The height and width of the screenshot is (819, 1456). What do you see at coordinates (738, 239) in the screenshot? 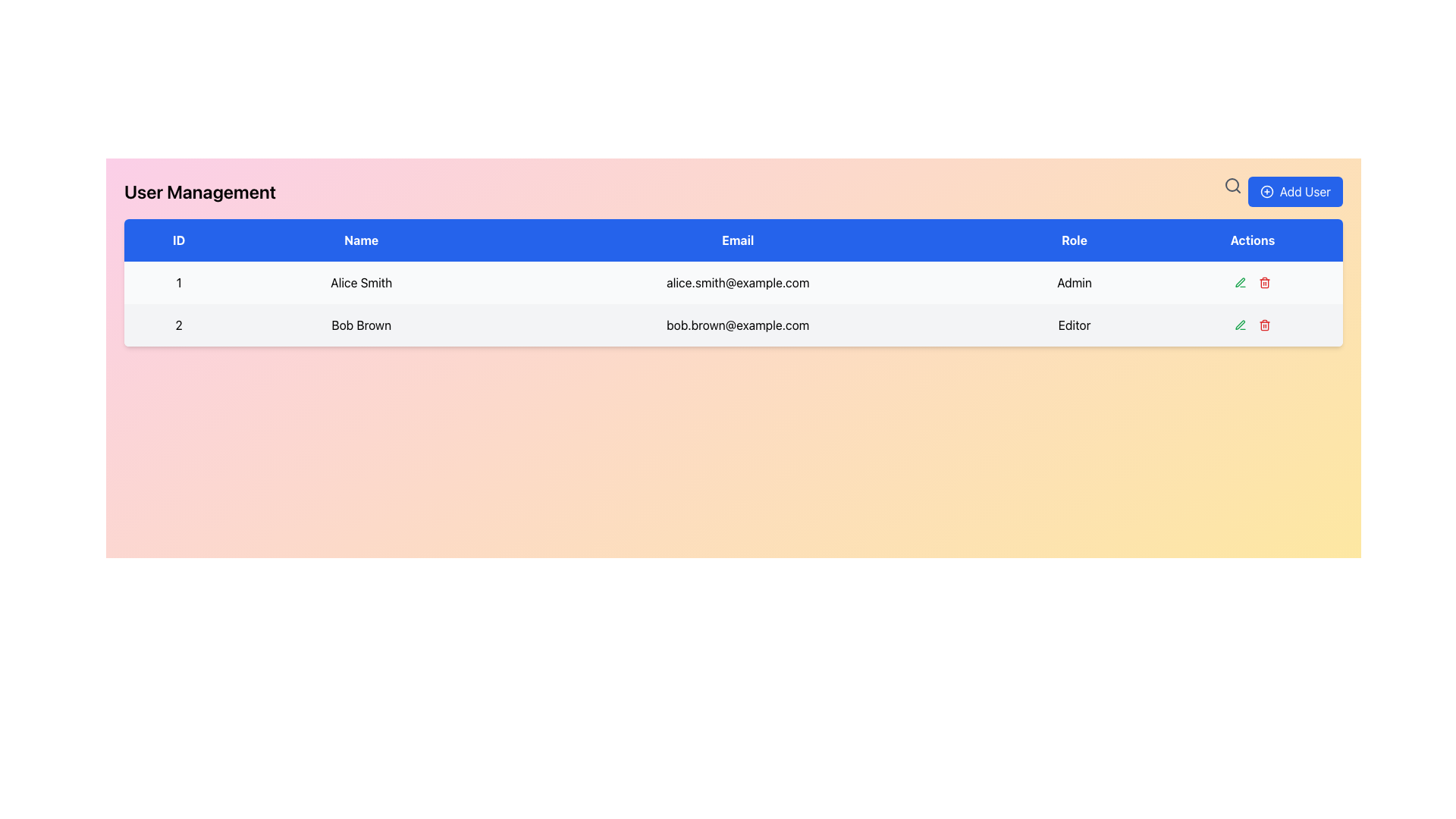
I see `'Email' label, which is a text label displayed in white on a blue background, located as the third column header in a table structure` at bounding box center [738, 239].